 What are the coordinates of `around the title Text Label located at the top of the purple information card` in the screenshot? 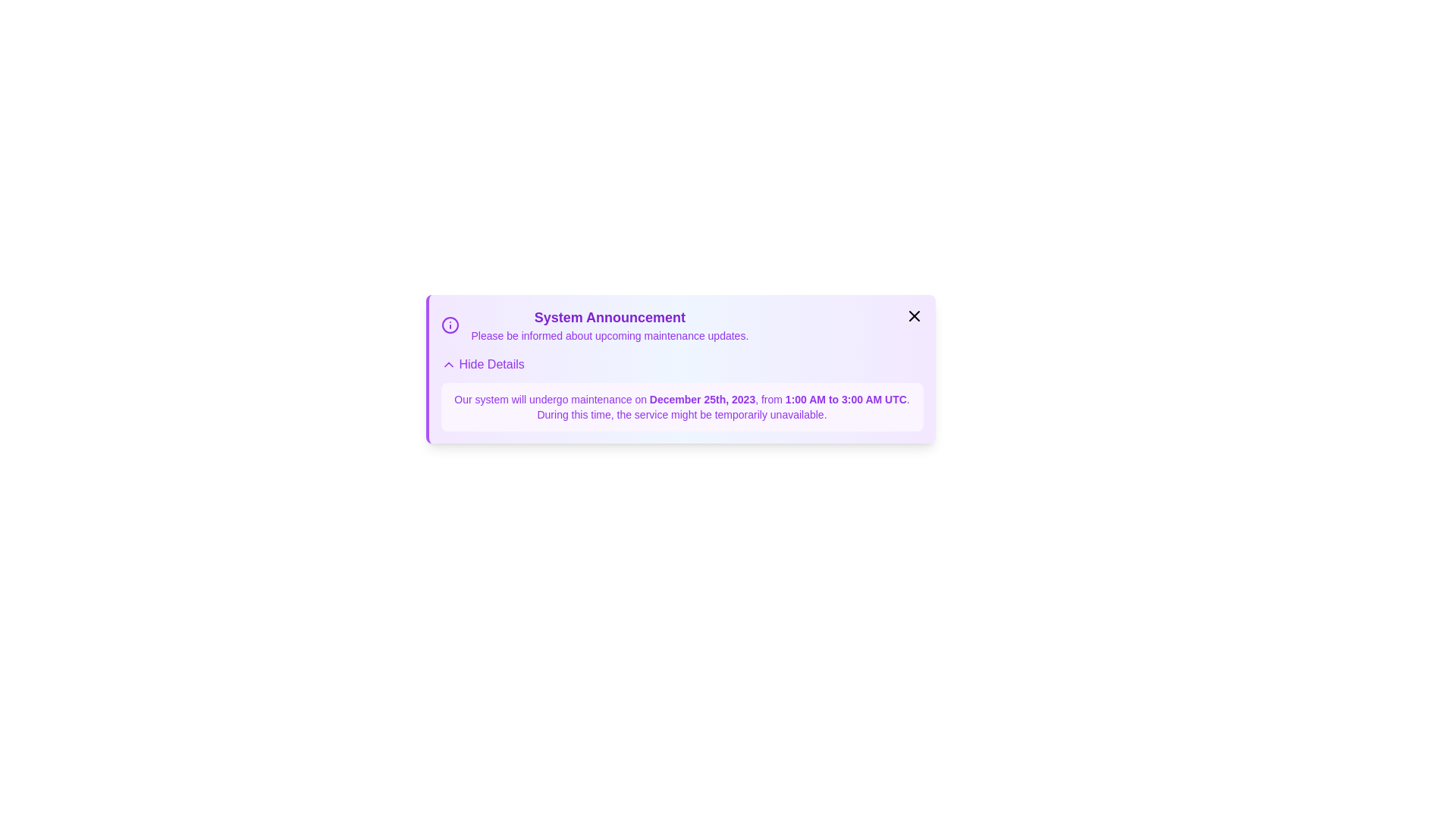 It's located at (610, 317).